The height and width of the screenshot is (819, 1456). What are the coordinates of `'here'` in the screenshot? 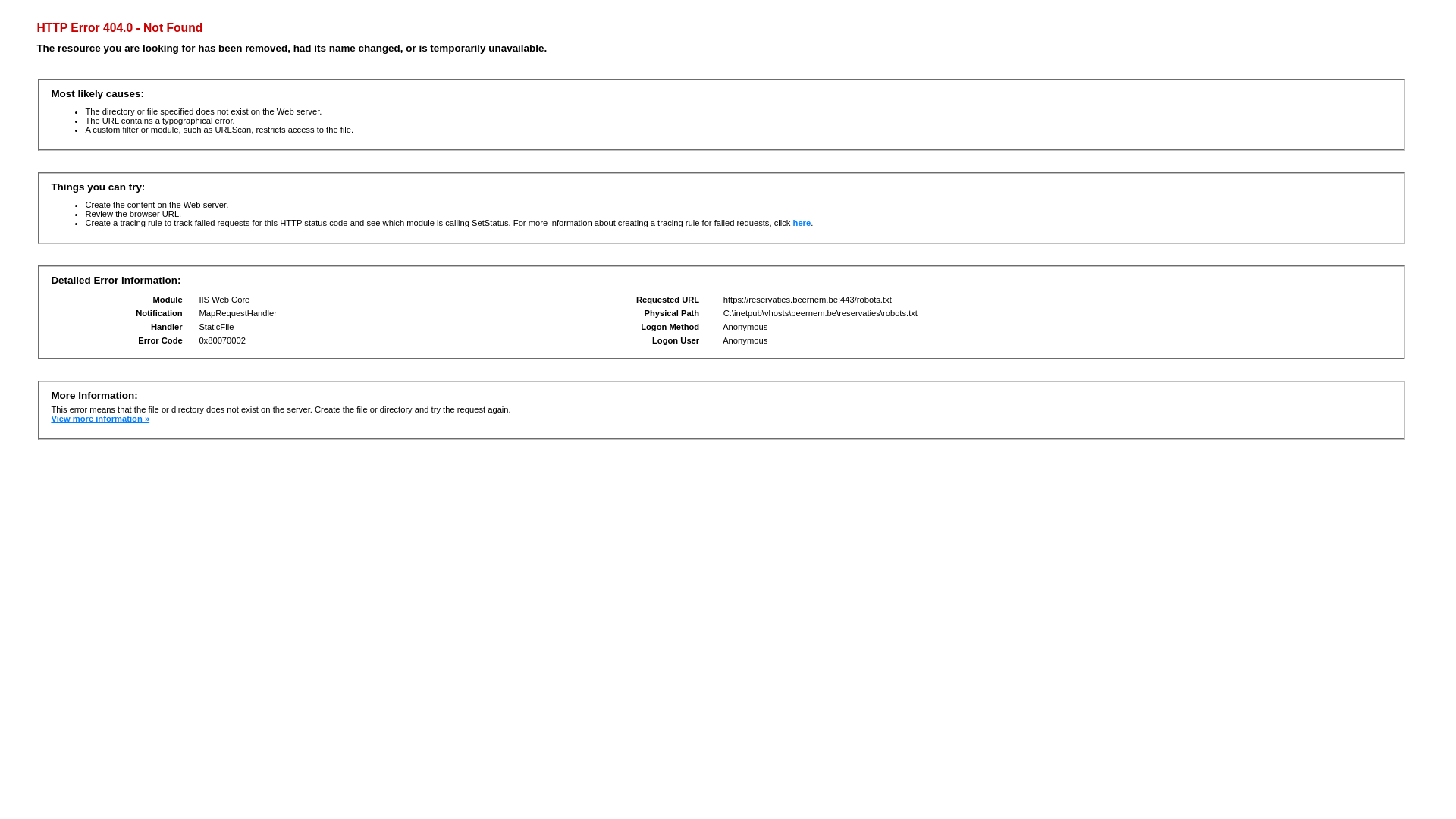 It's located at (792, 222).